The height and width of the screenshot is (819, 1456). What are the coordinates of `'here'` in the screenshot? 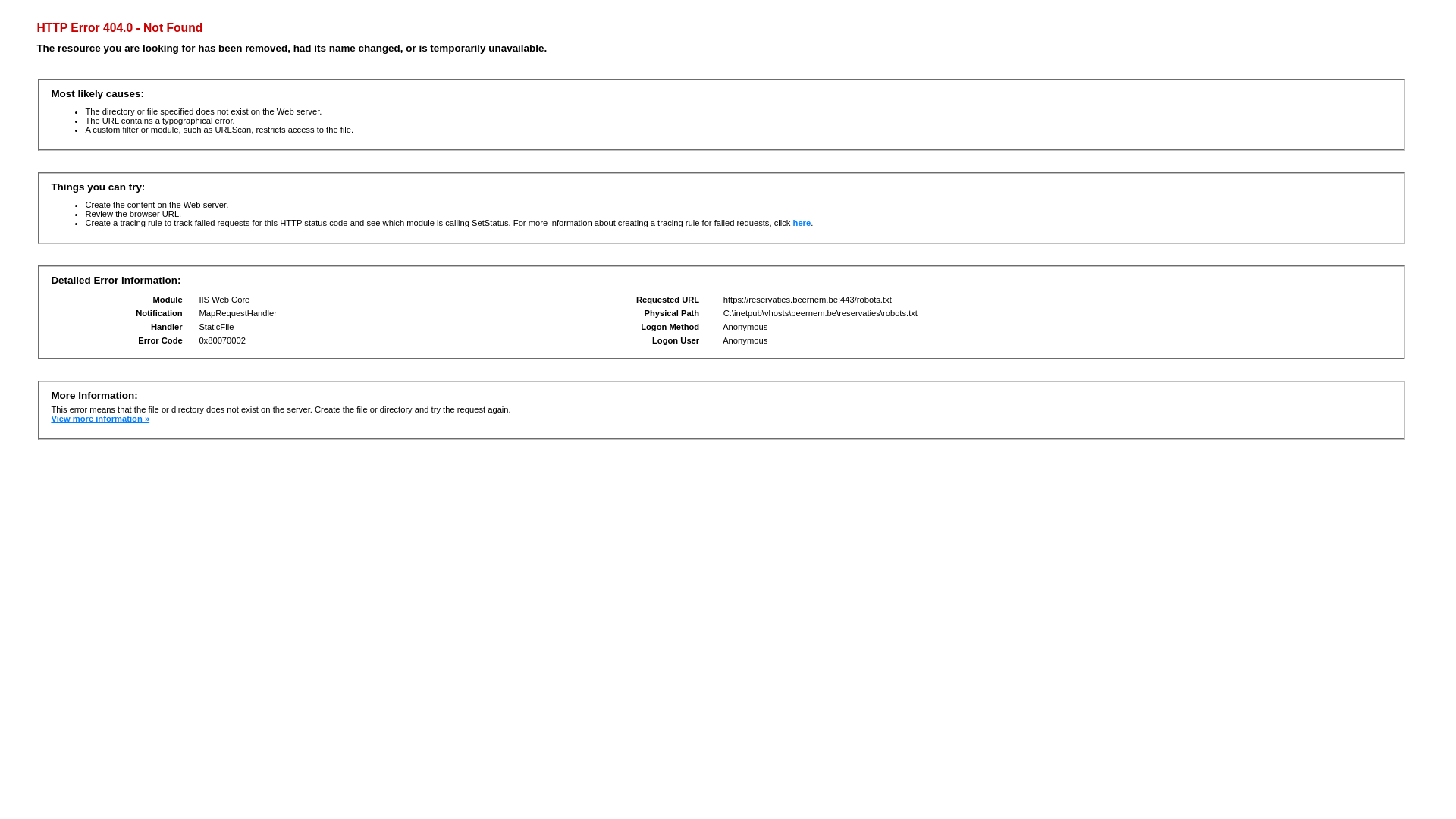 It's located at (792, 222).